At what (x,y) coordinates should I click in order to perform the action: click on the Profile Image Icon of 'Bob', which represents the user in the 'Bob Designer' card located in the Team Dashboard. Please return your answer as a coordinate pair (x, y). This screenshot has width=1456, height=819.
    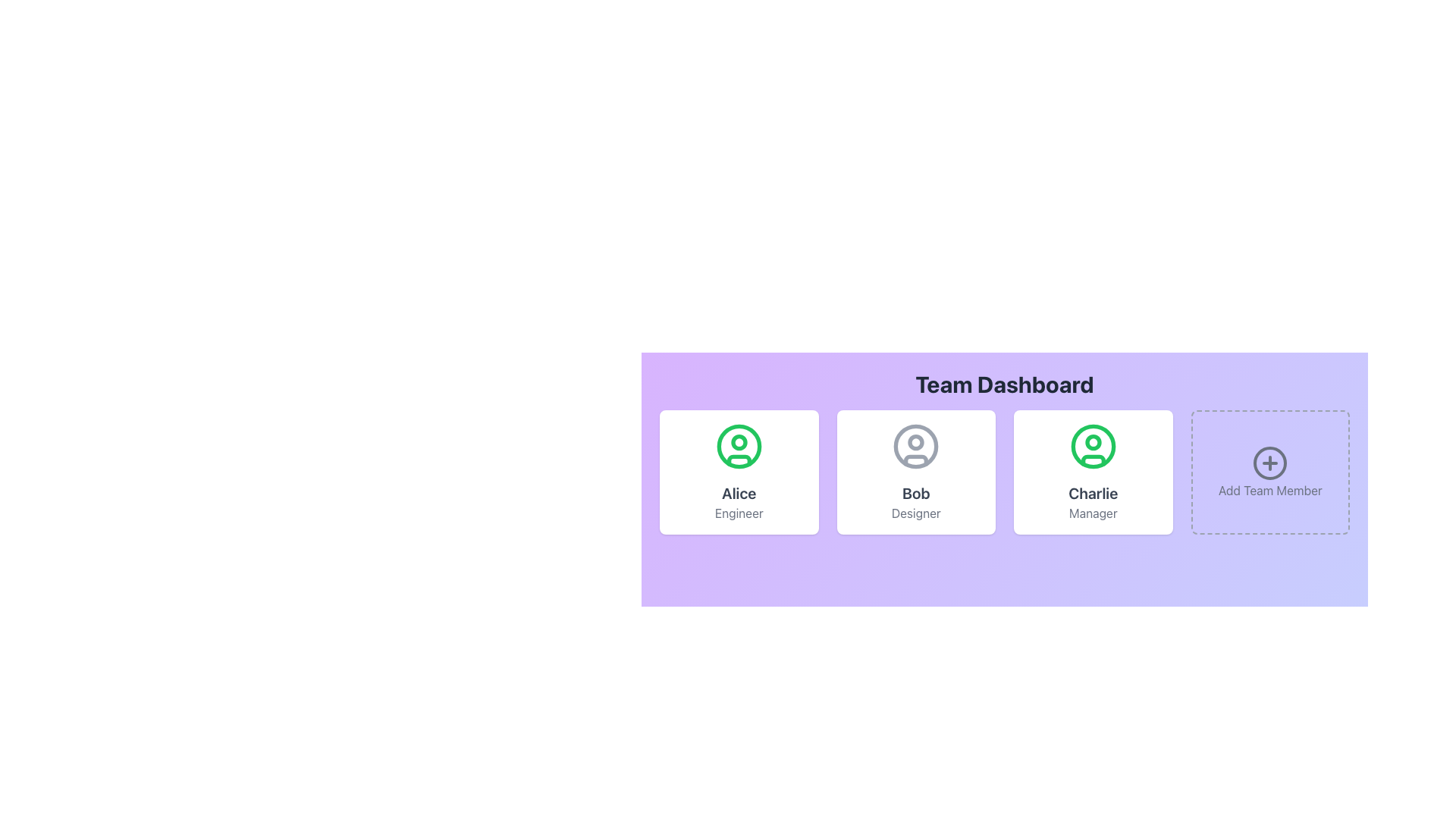
    Looking at the image, I should click on (915, 446).